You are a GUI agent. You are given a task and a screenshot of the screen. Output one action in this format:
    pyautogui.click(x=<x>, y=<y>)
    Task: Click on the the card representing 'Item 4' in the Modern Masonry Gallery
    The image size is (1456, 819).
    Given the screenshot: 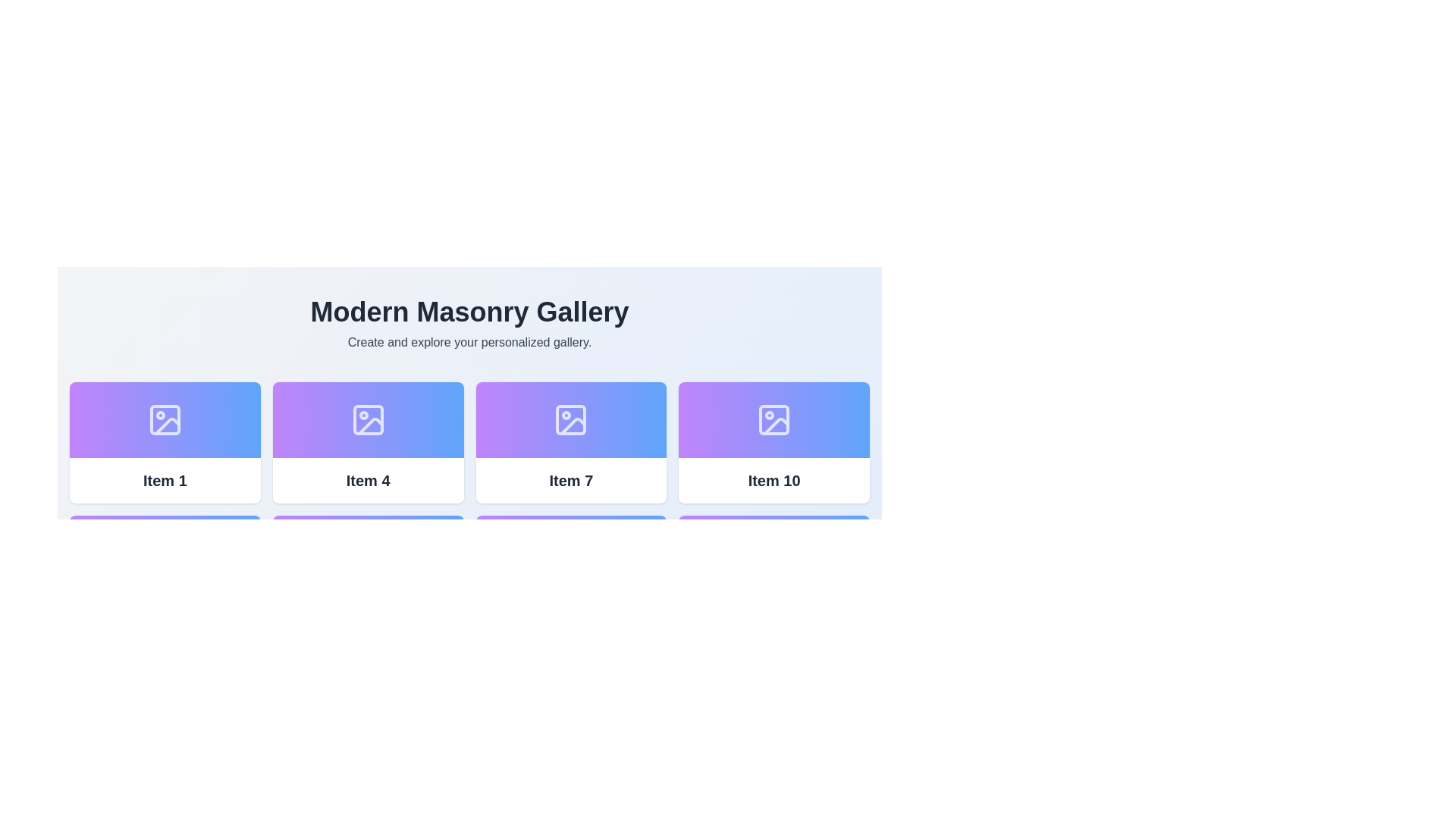 What is the action you would take?
    pyautogui.click(x=368, y=442)
    